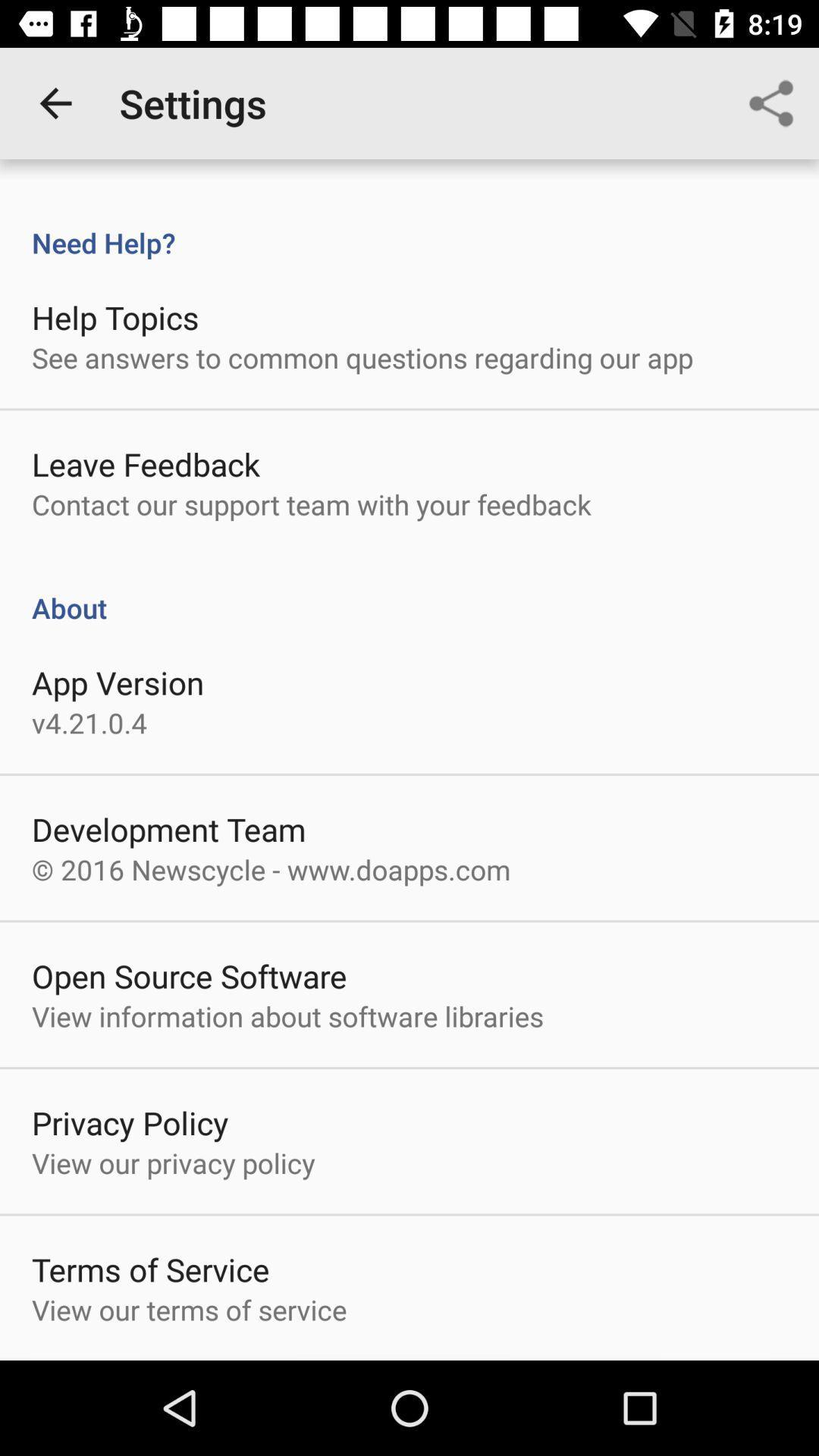 The width and height of the screenshot is (819, 1456). I want to click on 2016 newscycle www icon, so click(270, 869).